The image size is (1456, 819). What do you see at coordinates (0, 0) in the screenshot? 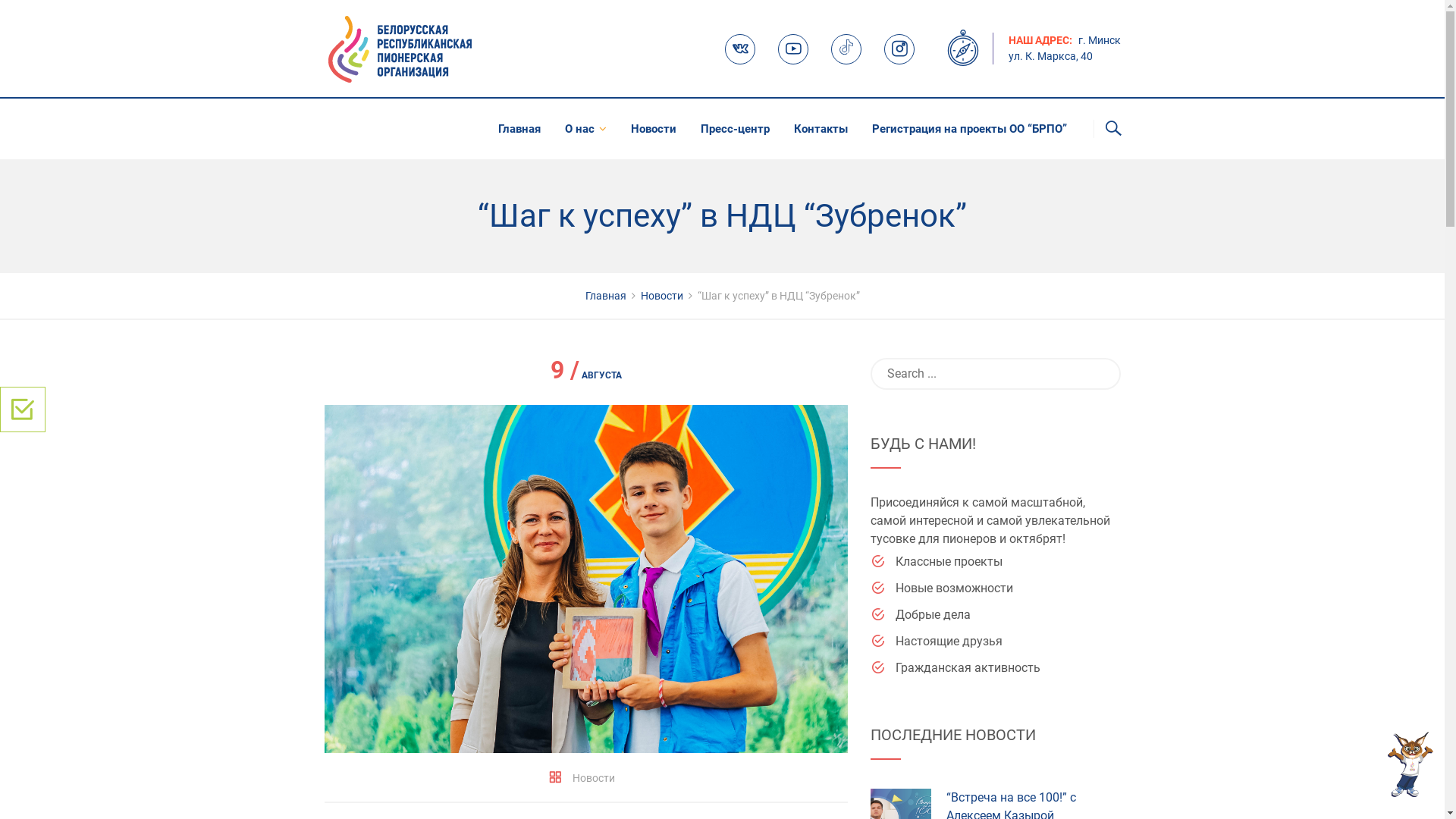
I see `'Skip to content'` at bounding box center [0, 0].